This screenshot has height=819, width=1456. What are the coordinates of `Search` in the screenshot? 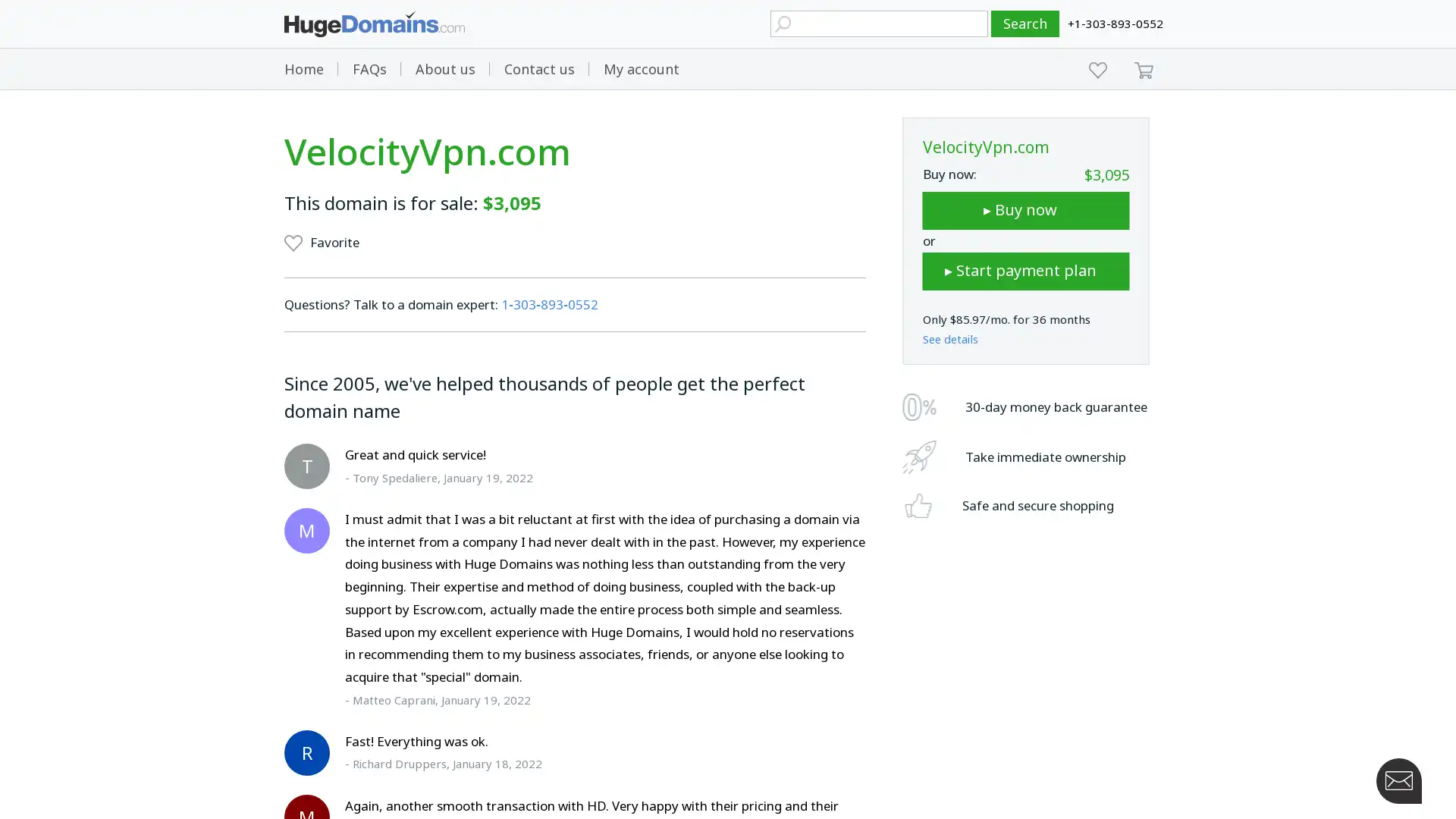 It's located at (1025, 24).